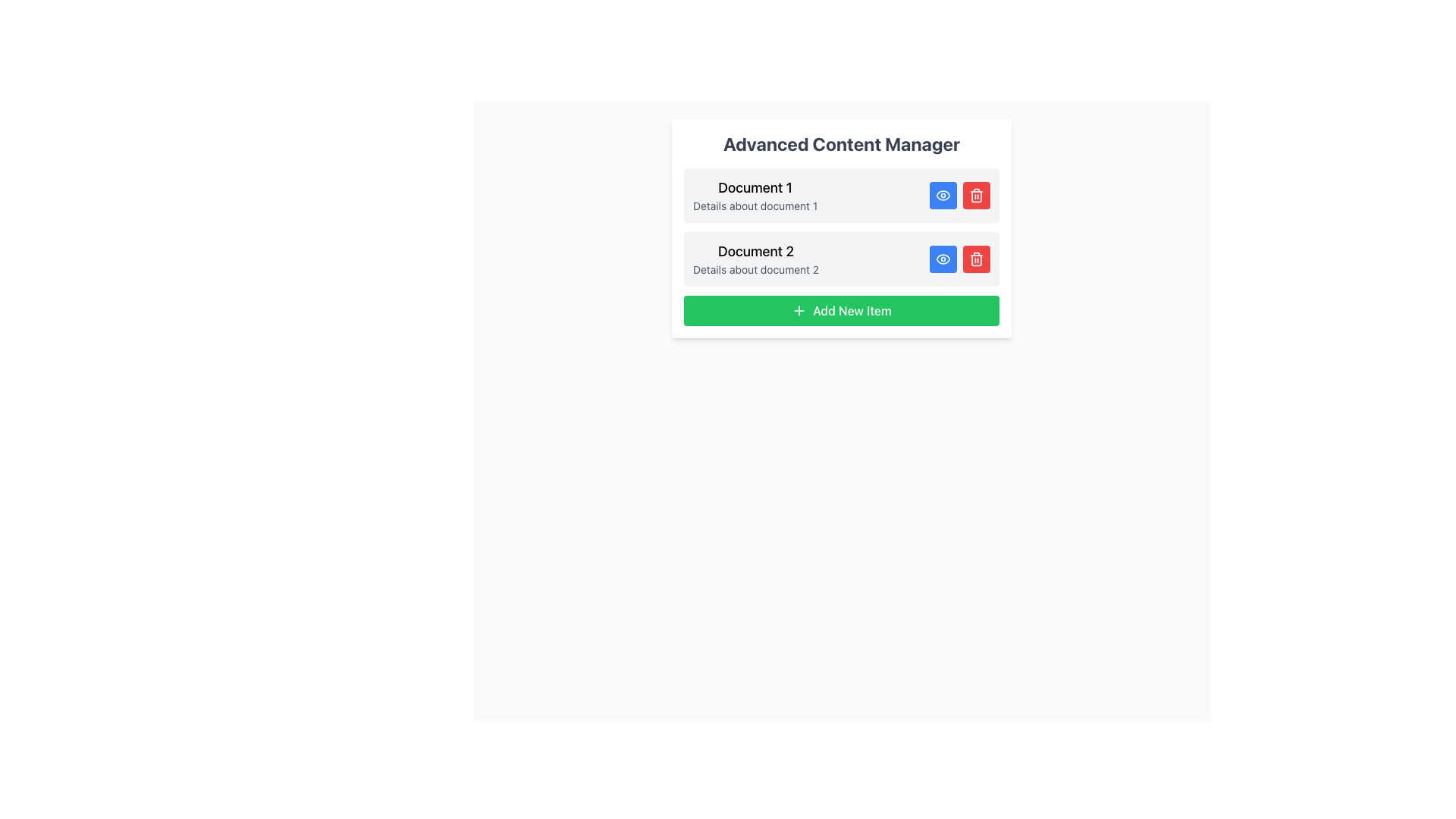  I want to click on the small gray text label that reads 'Details about document 1', which is located below the bold title 'Document 1', so click(755, 206).